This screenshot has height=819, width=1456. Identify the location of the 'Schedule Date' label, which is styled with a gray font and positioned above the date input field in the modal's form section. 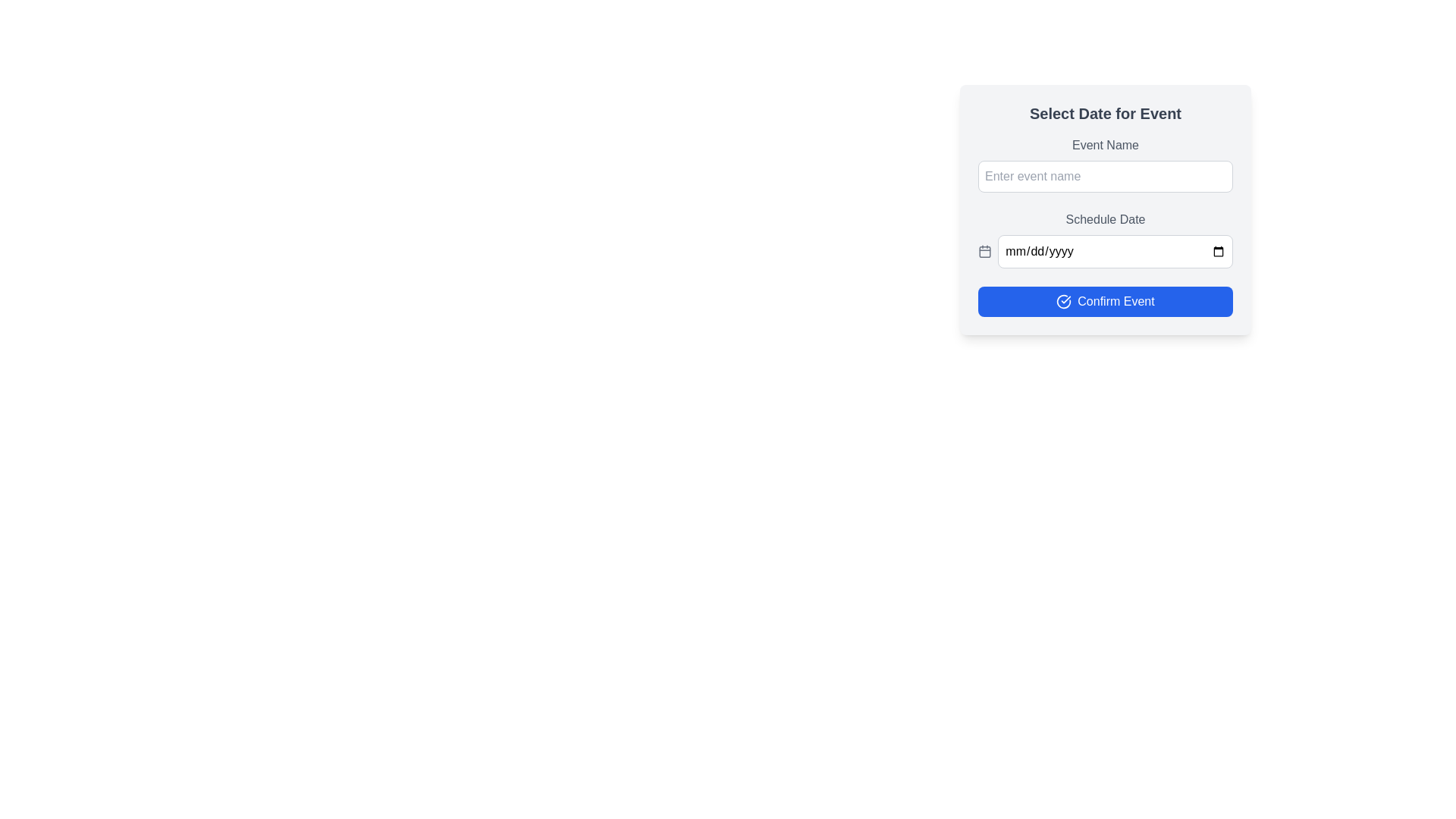
(1106, 219).